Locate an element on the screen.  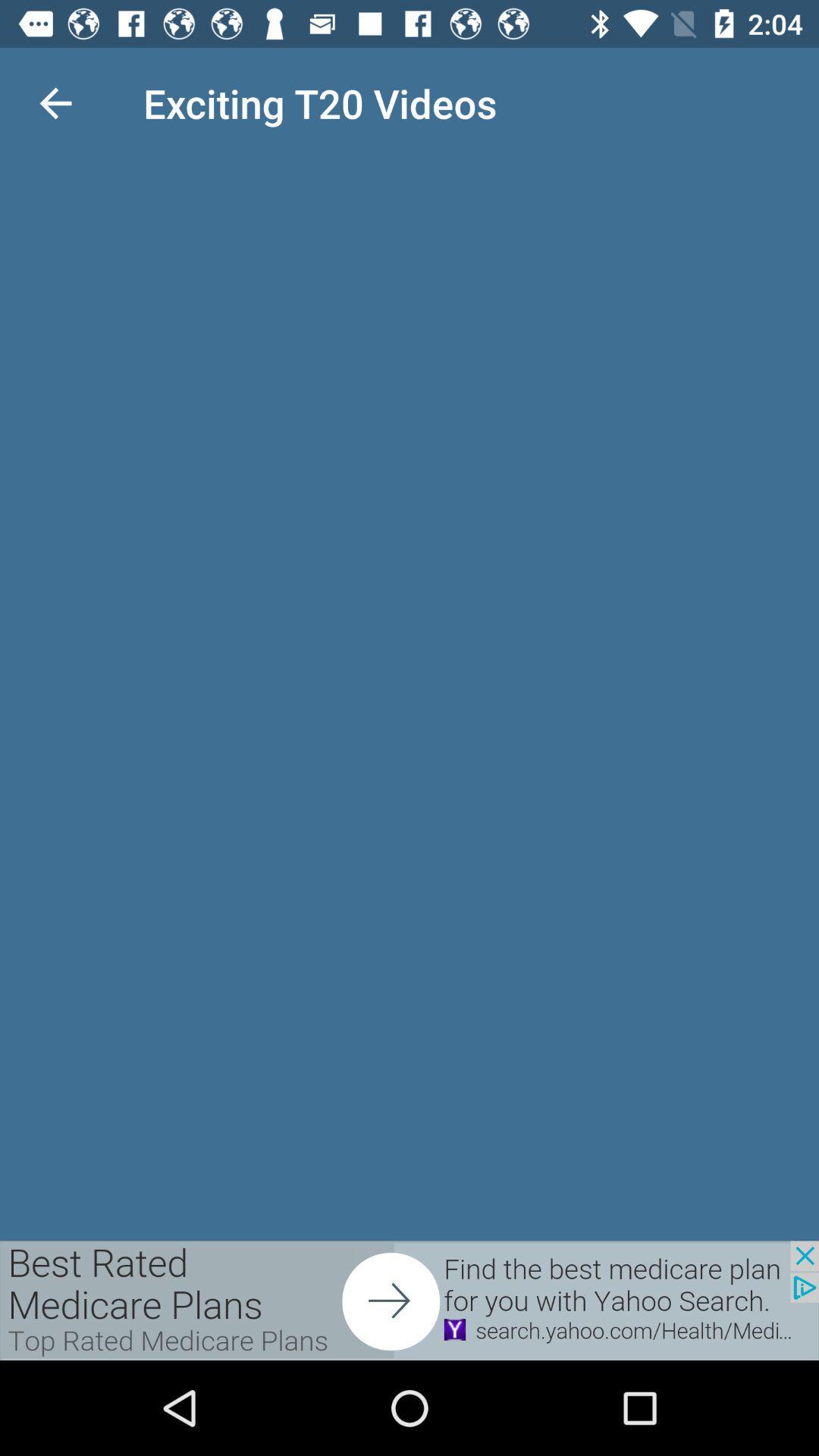
advertisement is located at coordinates (409, 1300).